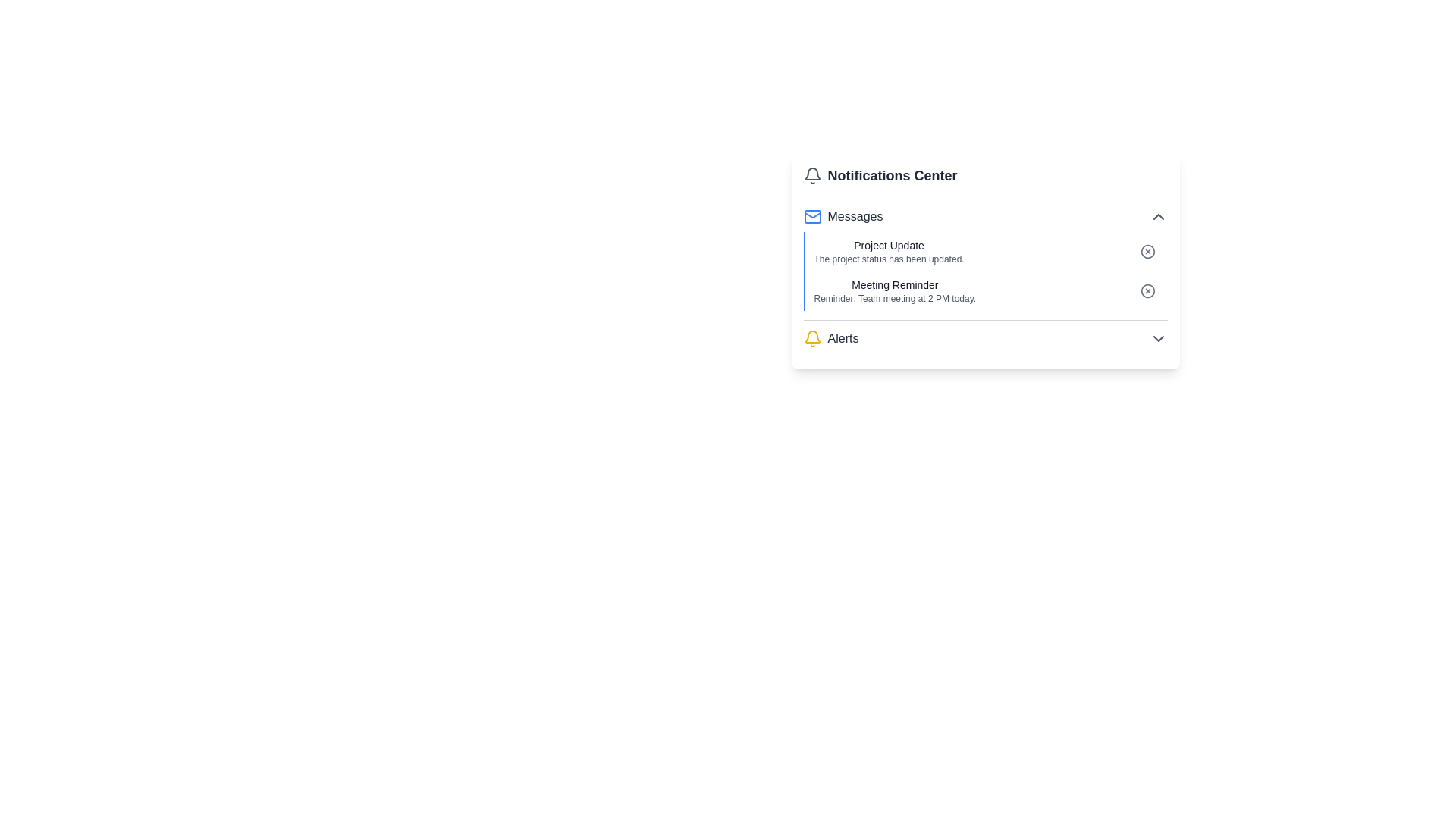 Image resolution: width=1456 pixels, height=819 pixels. Describe the element at coordinates (985, 338) in the screenshot. I see `the Expandable button labeled 'Alerts' located at the bottom of the notification card` at that location.